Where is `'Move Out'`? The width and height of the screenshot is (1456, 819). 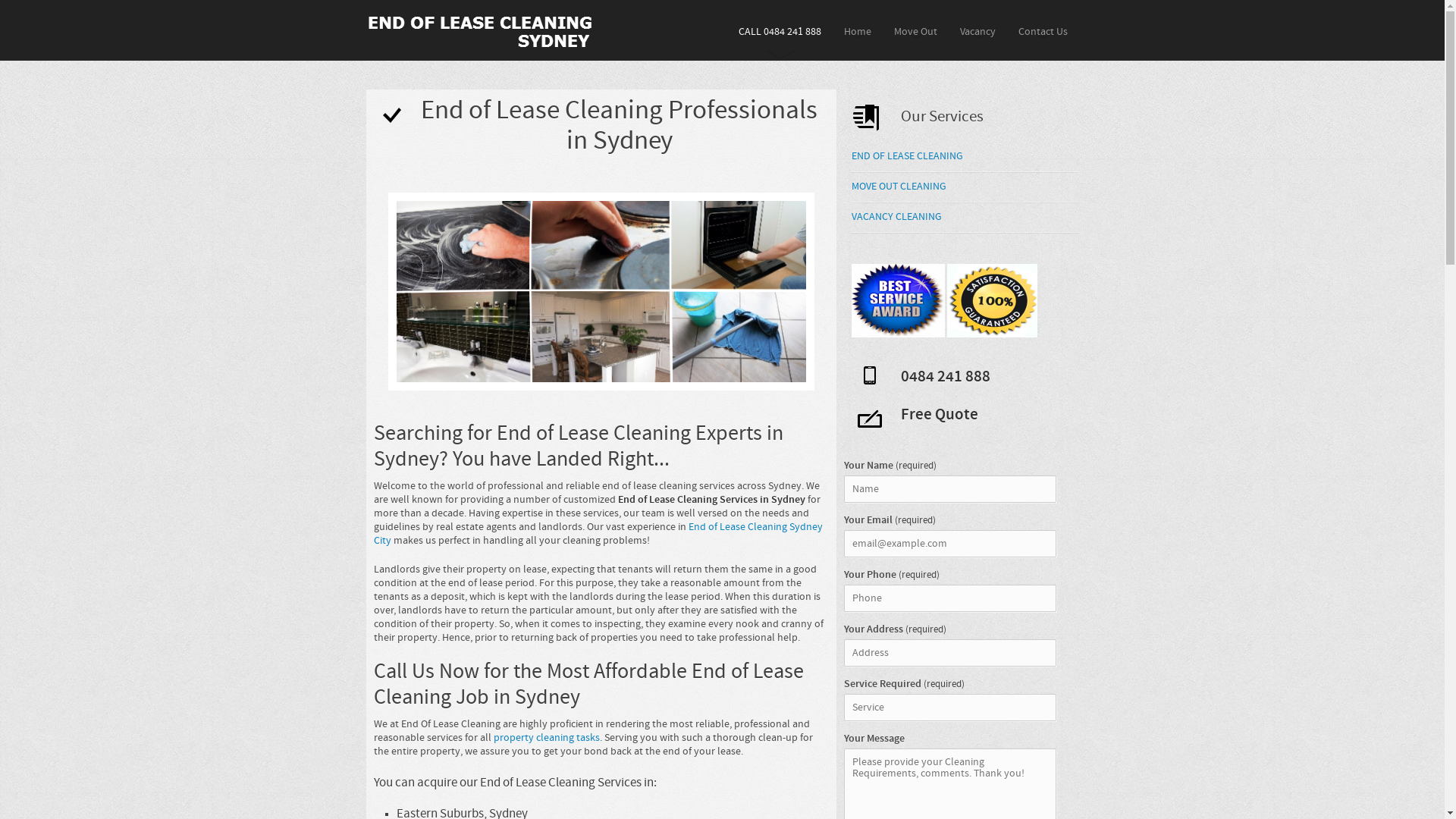 'Move Out' is located at coordinates (915, 29).